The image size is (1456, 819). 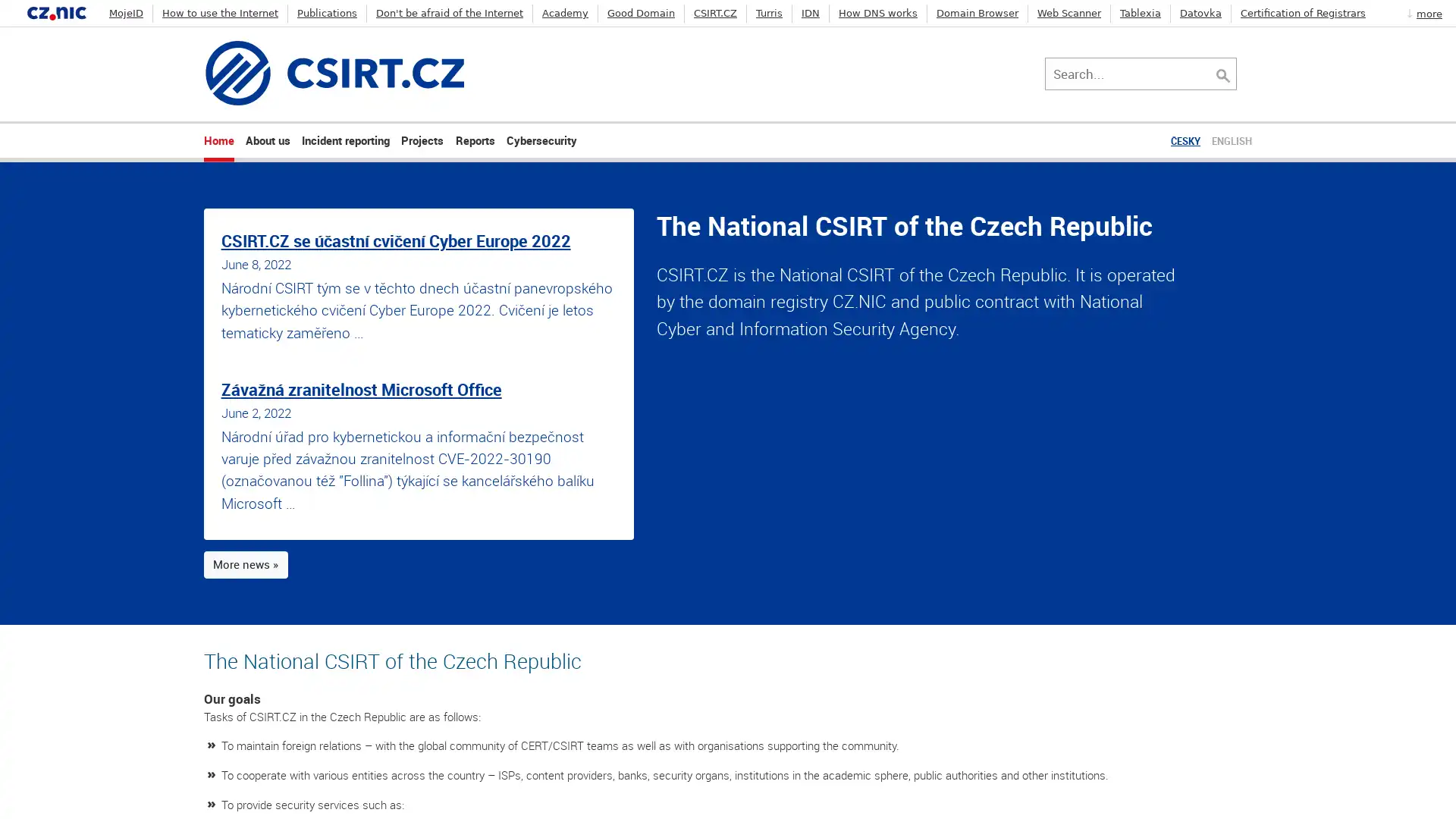 What do you see at coordinates (1238, 73) in the screenshot?
I see `Search button` at bounding box center [1238, 73].